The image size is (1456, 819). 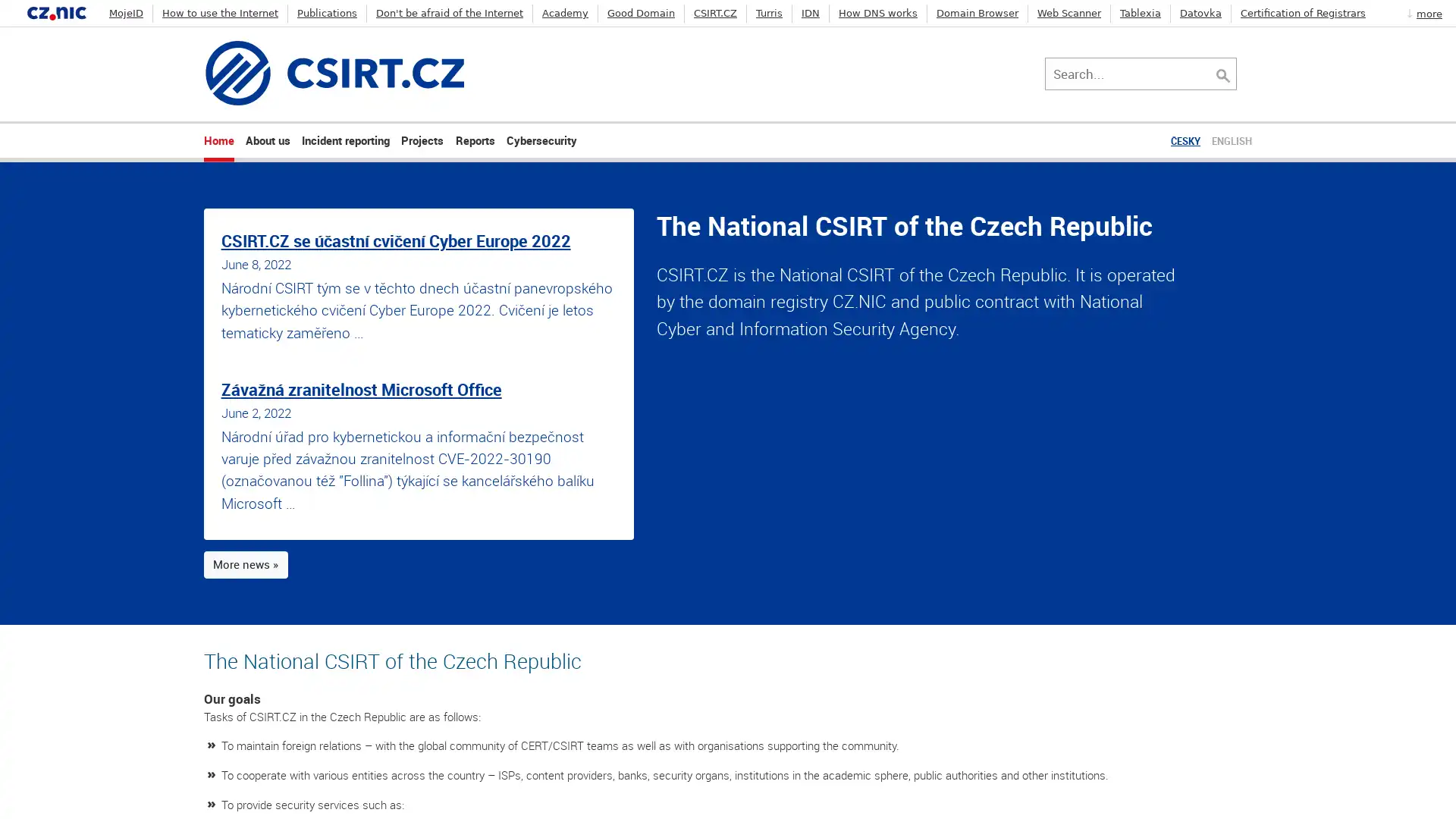 What do you see at coordinates (1238, 73) in the screenshot?
I see `Search button` at bounding box center [1238, 73].